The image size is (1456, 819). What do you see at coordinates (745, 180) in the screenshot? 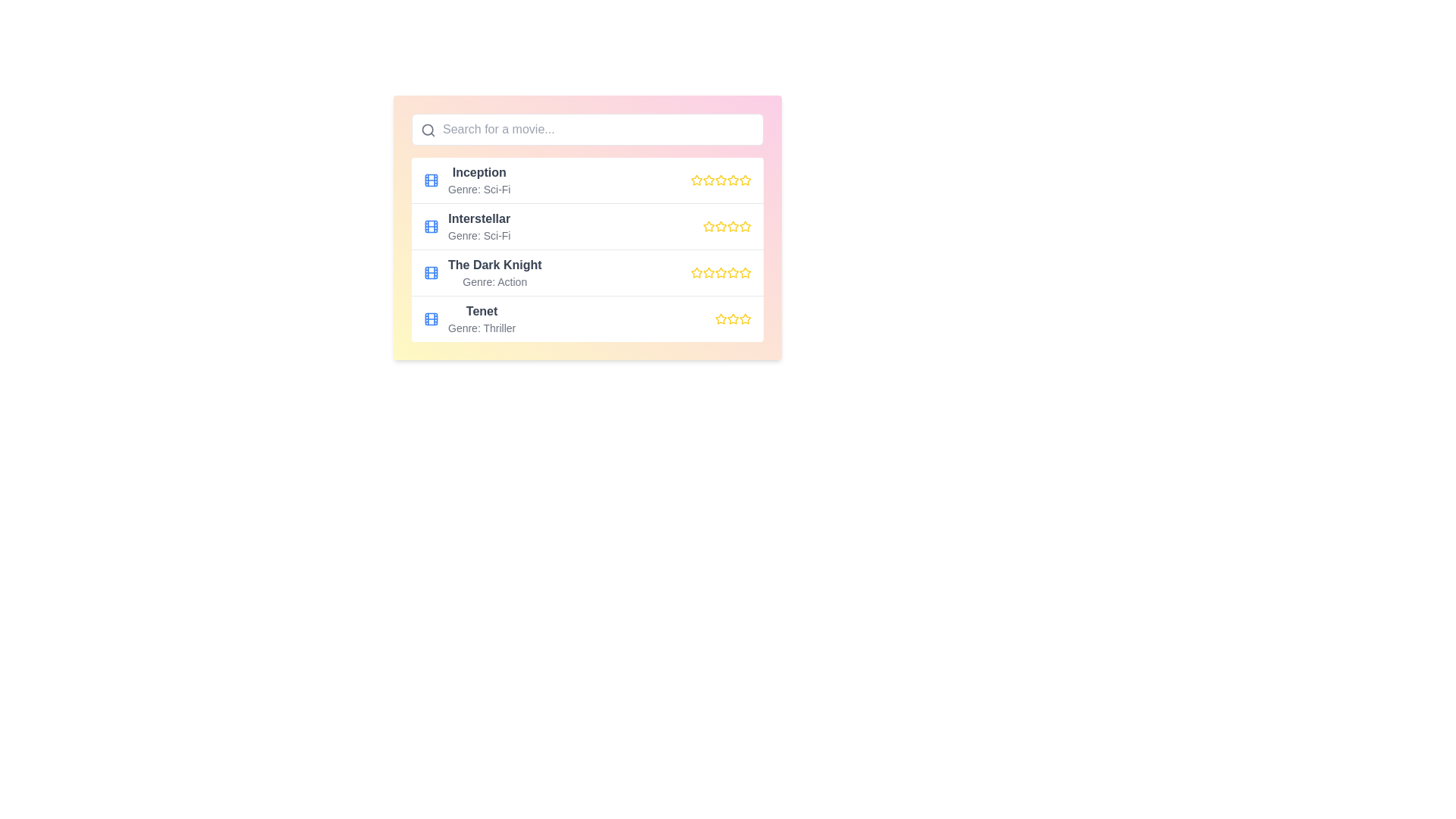
I see `the fifth star icon in the rating system for the movie 'Inception' to indicate a five-star rating` at bounding box center [745, 180].